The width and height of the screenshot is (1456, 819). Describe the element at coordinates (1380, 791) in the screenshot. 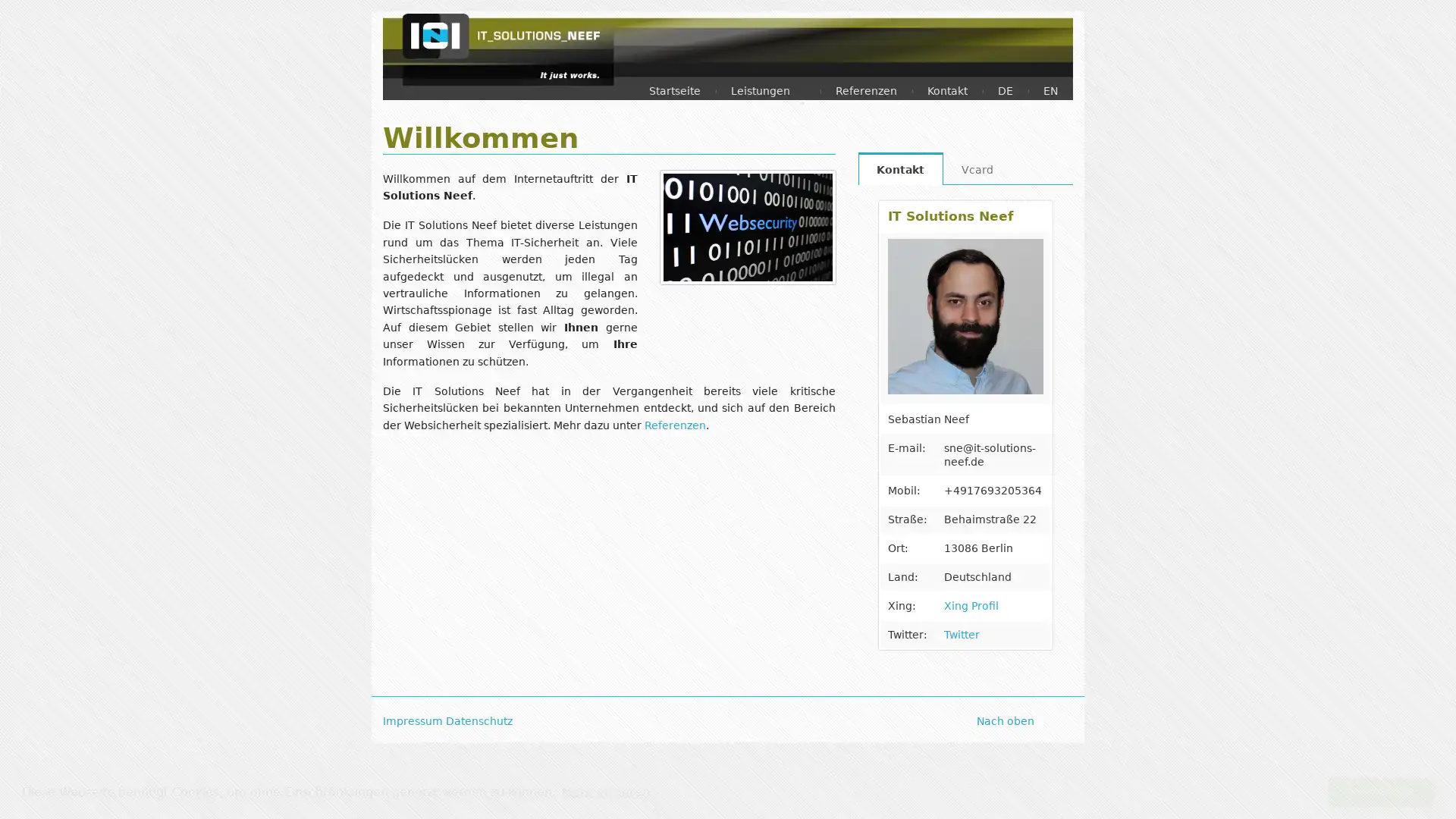

I see `dismiss cookie message` at that location.